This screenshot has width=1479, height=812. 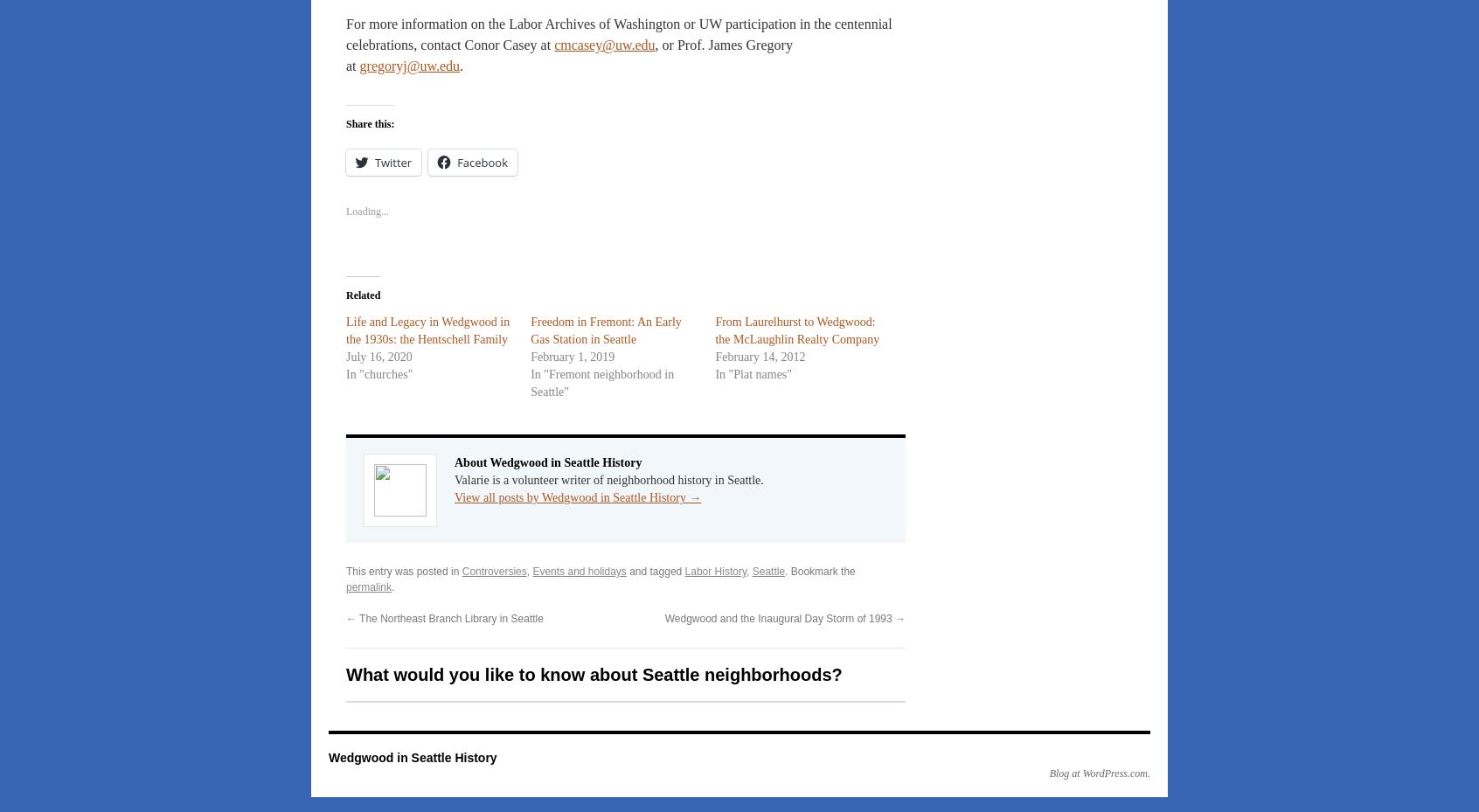 I want to click on 'Valarie is a volunteer writer of neighborhood history in Seattle.', so click(x=608, y=480).